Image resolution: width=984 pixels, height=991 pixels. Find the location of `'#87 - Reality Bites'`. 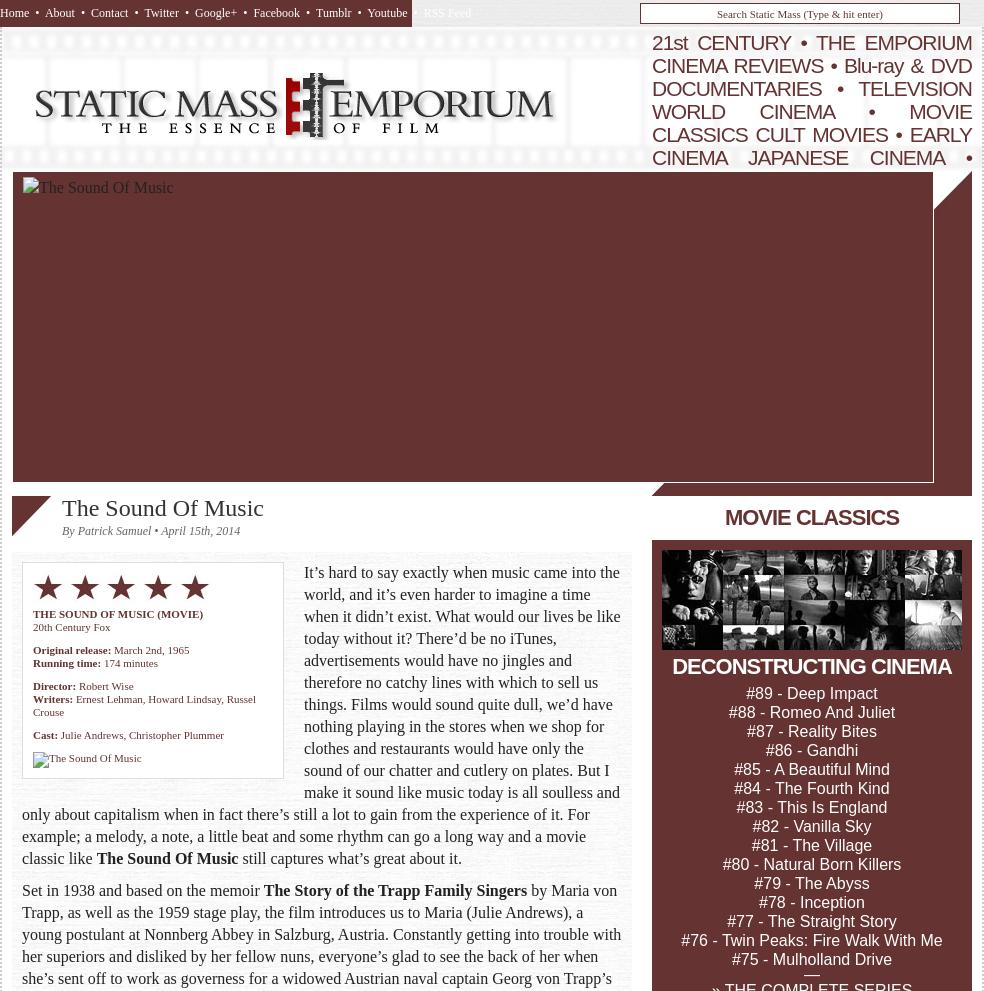

'#87 - Reality Bites' is located at coordinates (810, 730).